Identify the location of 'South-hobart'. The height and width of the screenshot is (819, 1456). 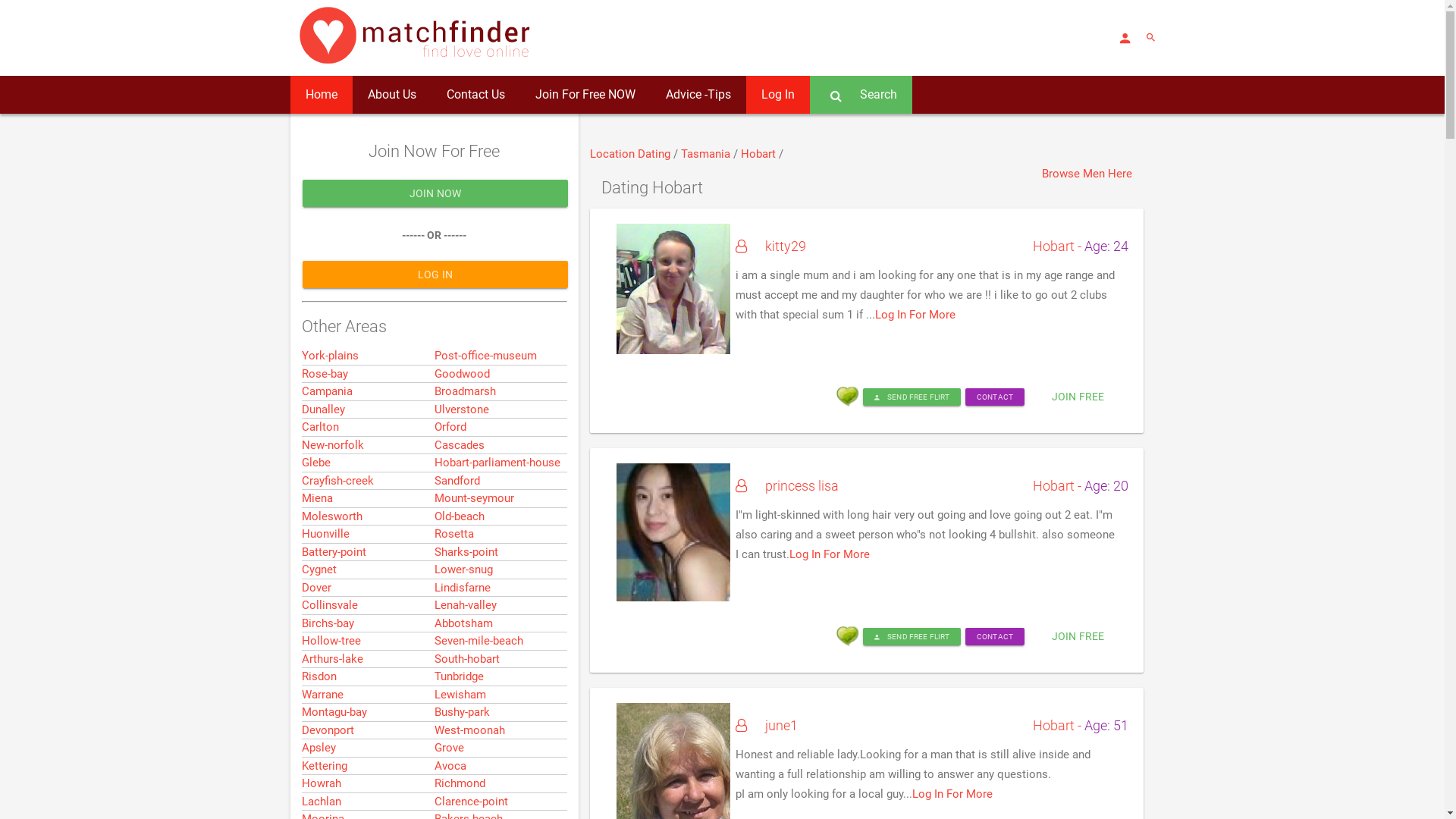
(465, 657).